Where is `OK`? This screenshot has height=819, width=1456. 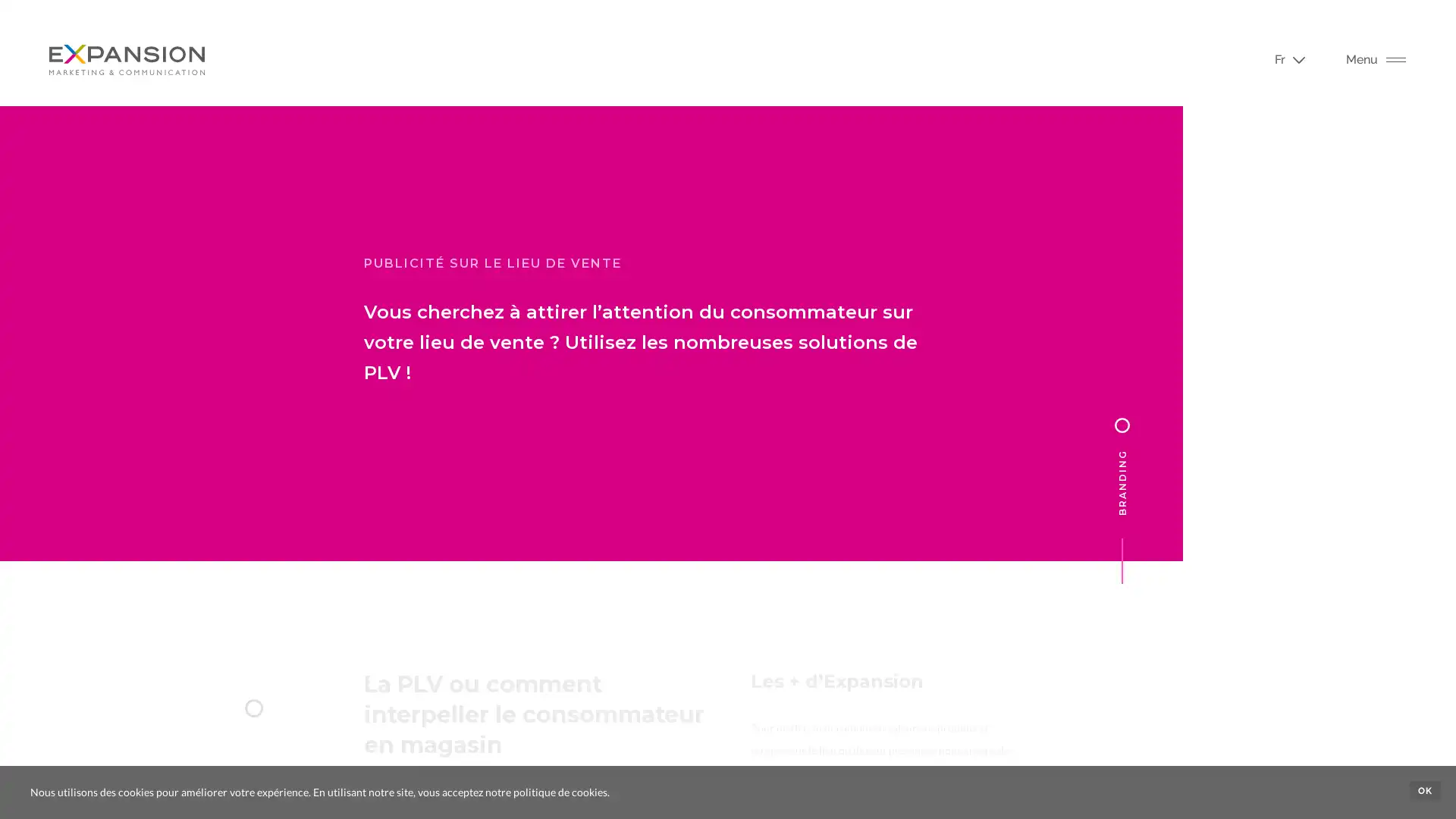 OK is located at coordinates (1424, 789).